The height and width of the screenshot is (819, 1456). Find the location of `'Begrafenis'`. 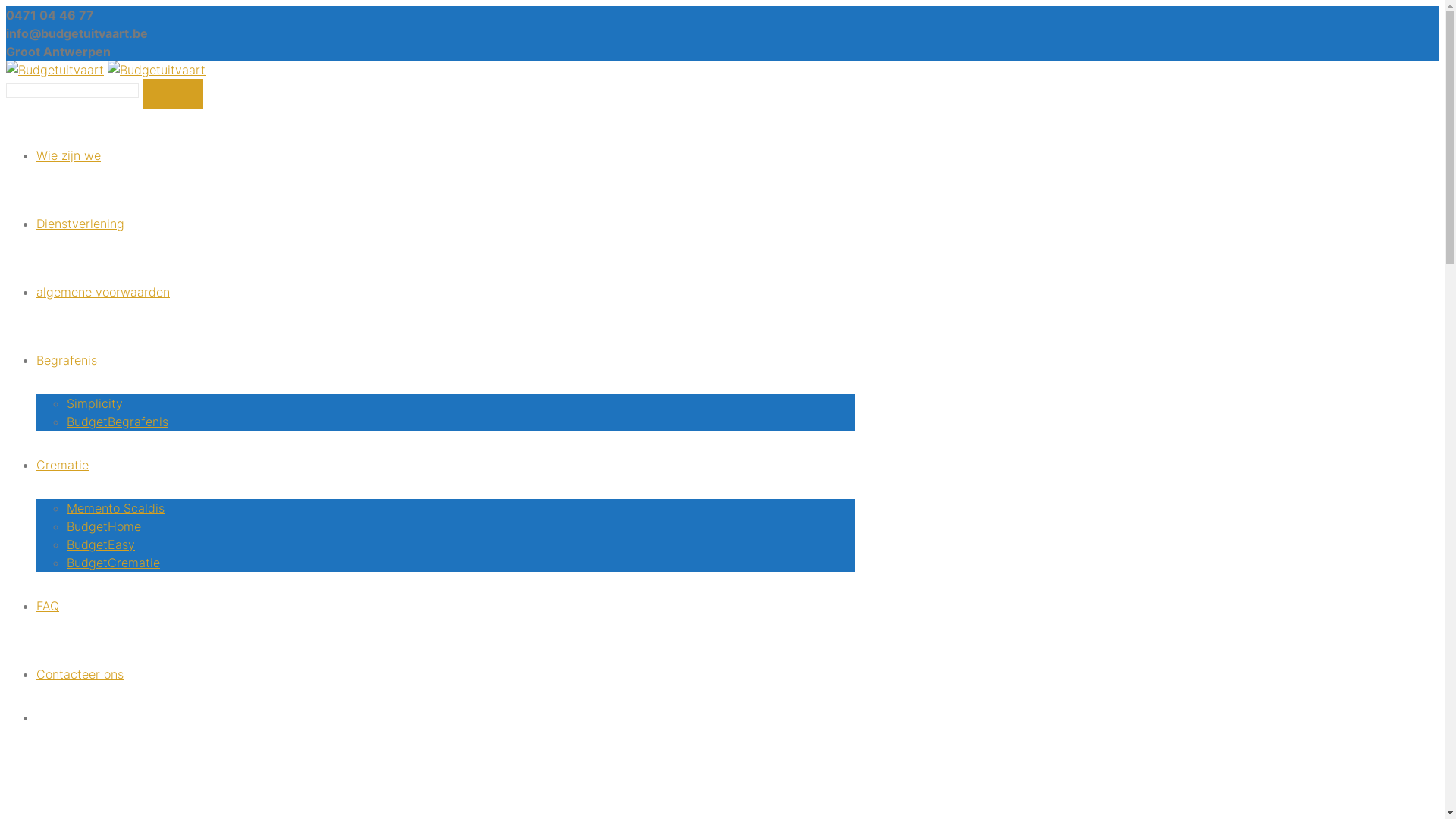

'Begrafenis' is located at coordinates (65, 359).